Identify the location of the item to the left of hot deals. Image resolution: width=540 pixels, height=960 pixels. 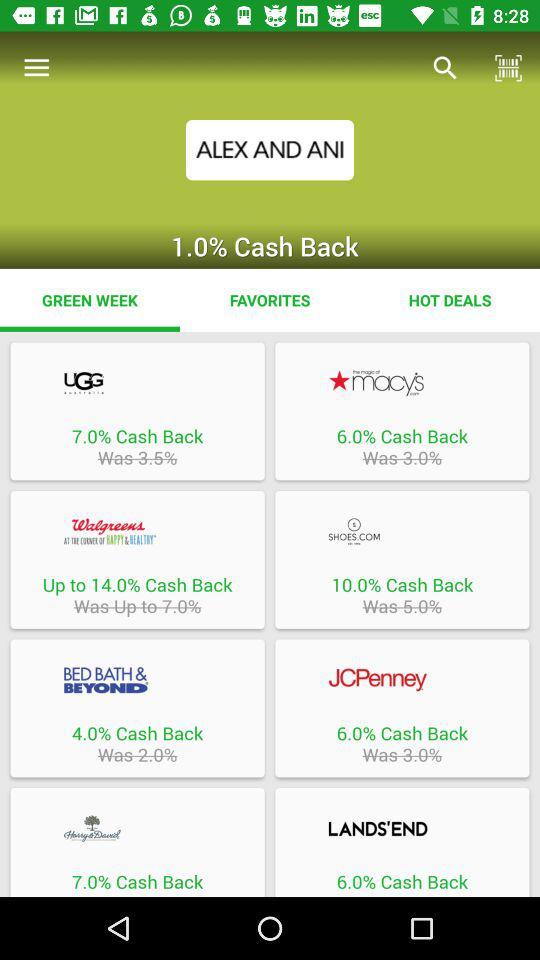
(270, 299).